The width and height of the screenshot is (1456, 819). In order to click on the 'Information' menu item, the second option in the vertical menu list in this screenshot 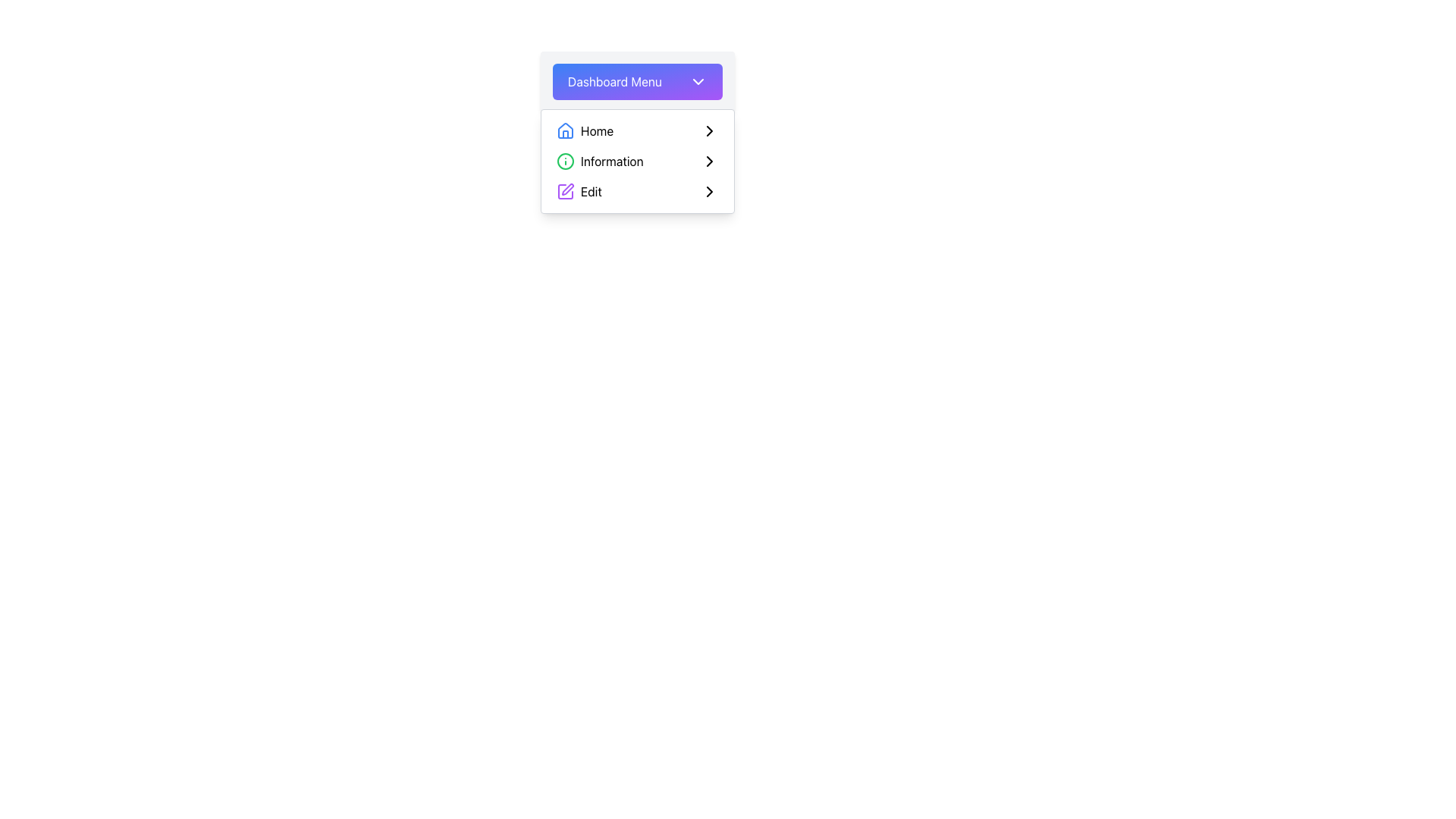, I will do `click(637, 161)`.